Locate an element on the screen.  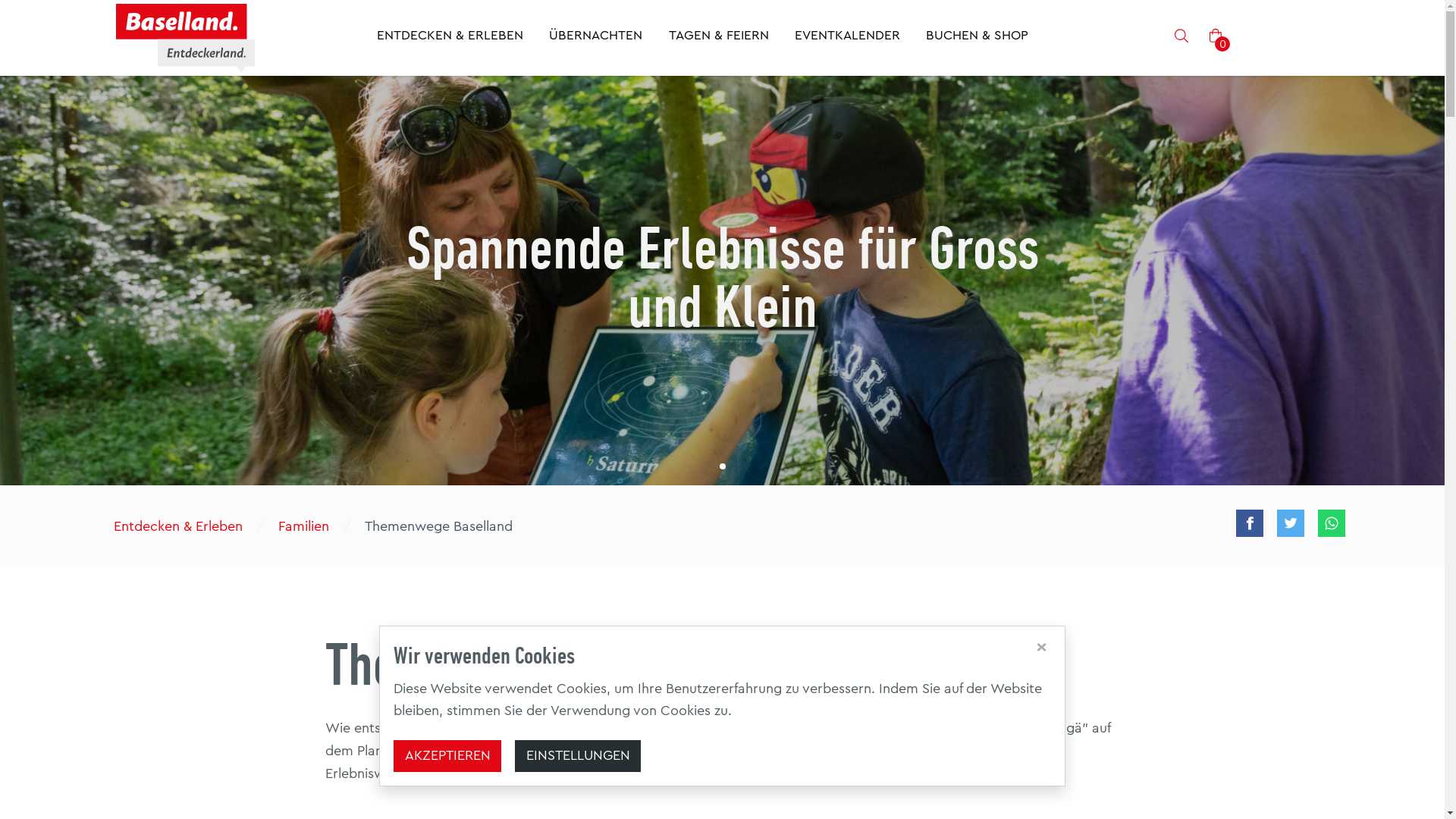
'EVENTKALENDER' is located at coordinates (846, 37).